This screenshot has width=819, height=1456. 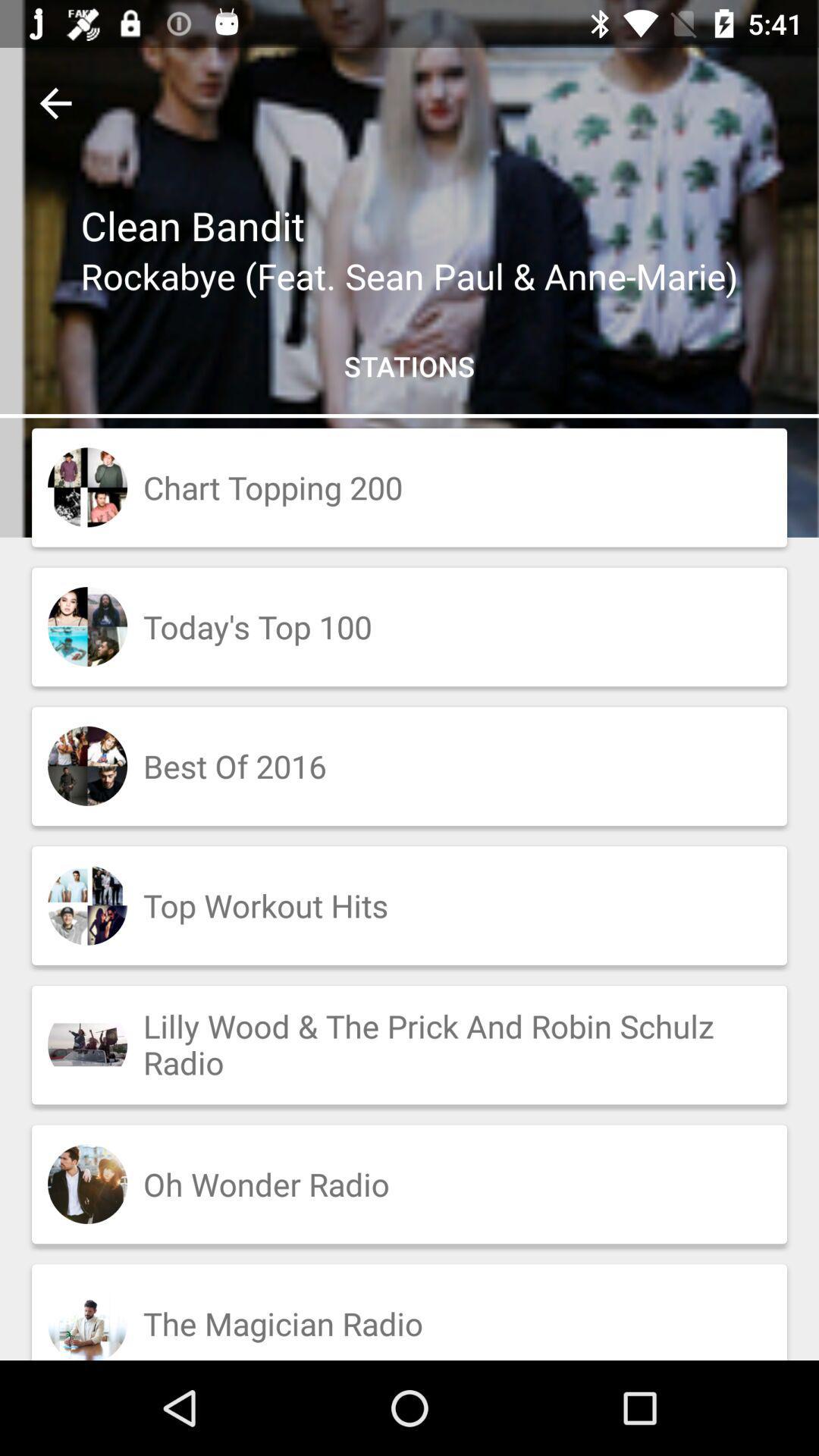 What do you see at coordinates (87, 766) in the screenshot?
I see `the image which is to the left side of the best of 2016` at bounding box center [87, 766].